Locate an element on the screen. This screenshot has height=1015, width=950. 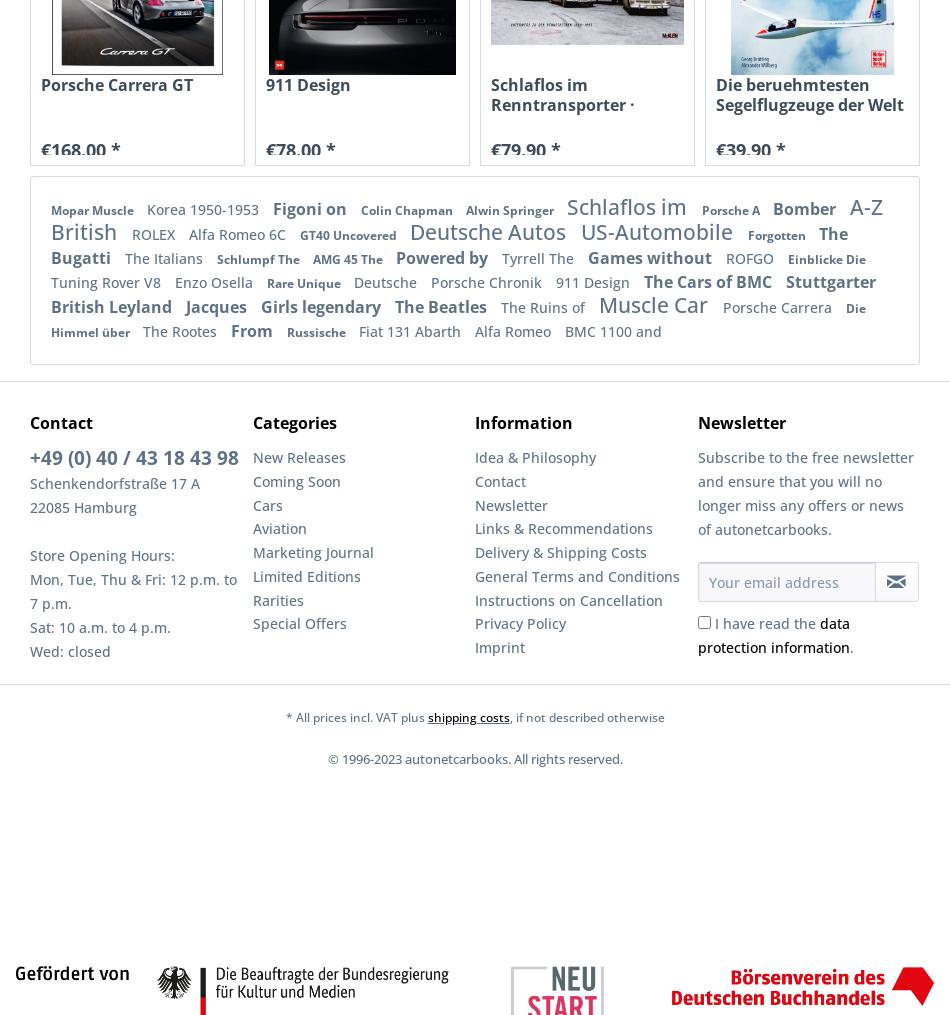
'US-Automobile' is located at coordinates (659, 231).